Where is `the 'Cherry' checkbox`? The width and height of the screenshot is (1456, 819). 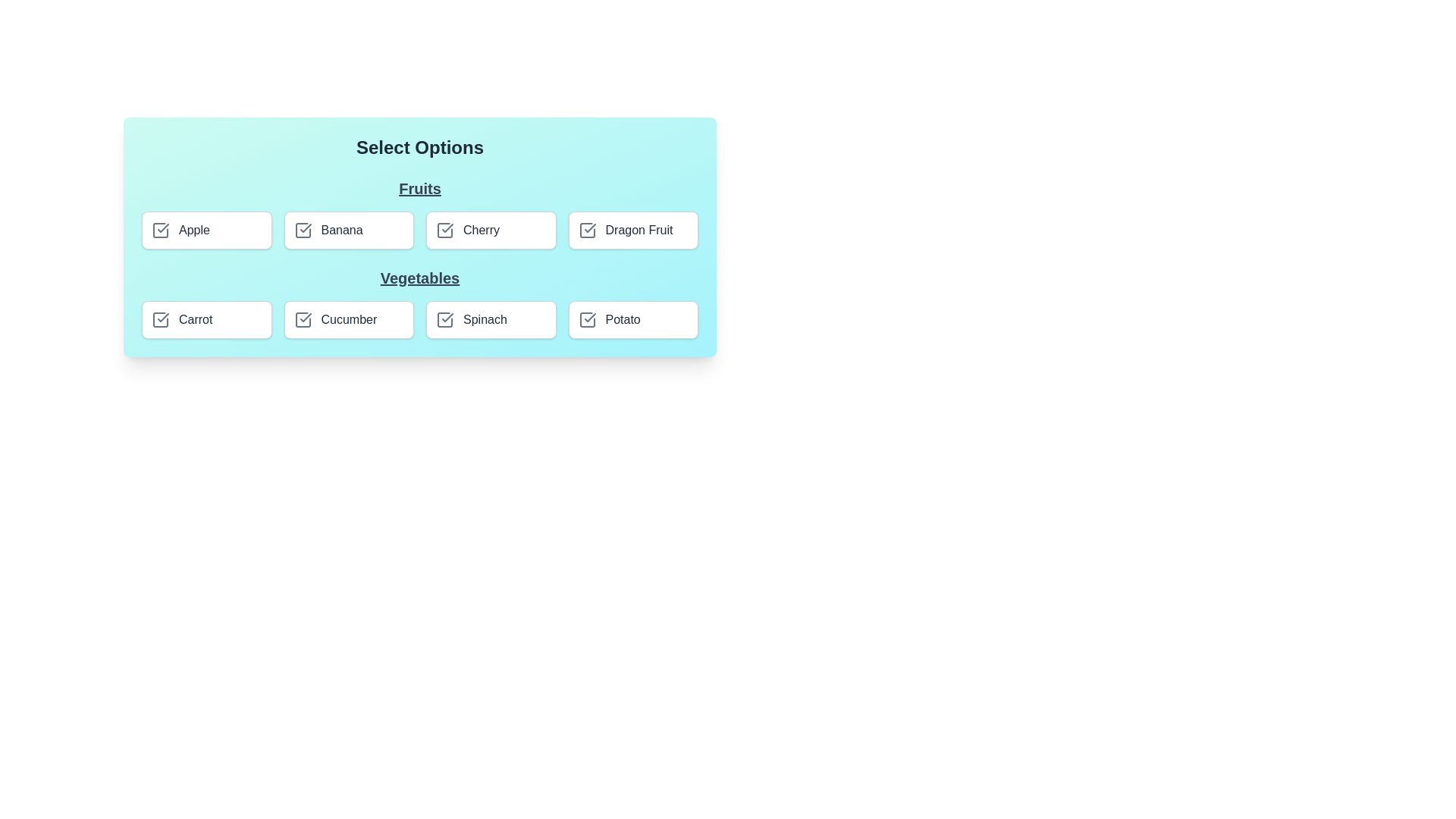 the 'Cherry' checkbox is located at coordinates (491, 231).